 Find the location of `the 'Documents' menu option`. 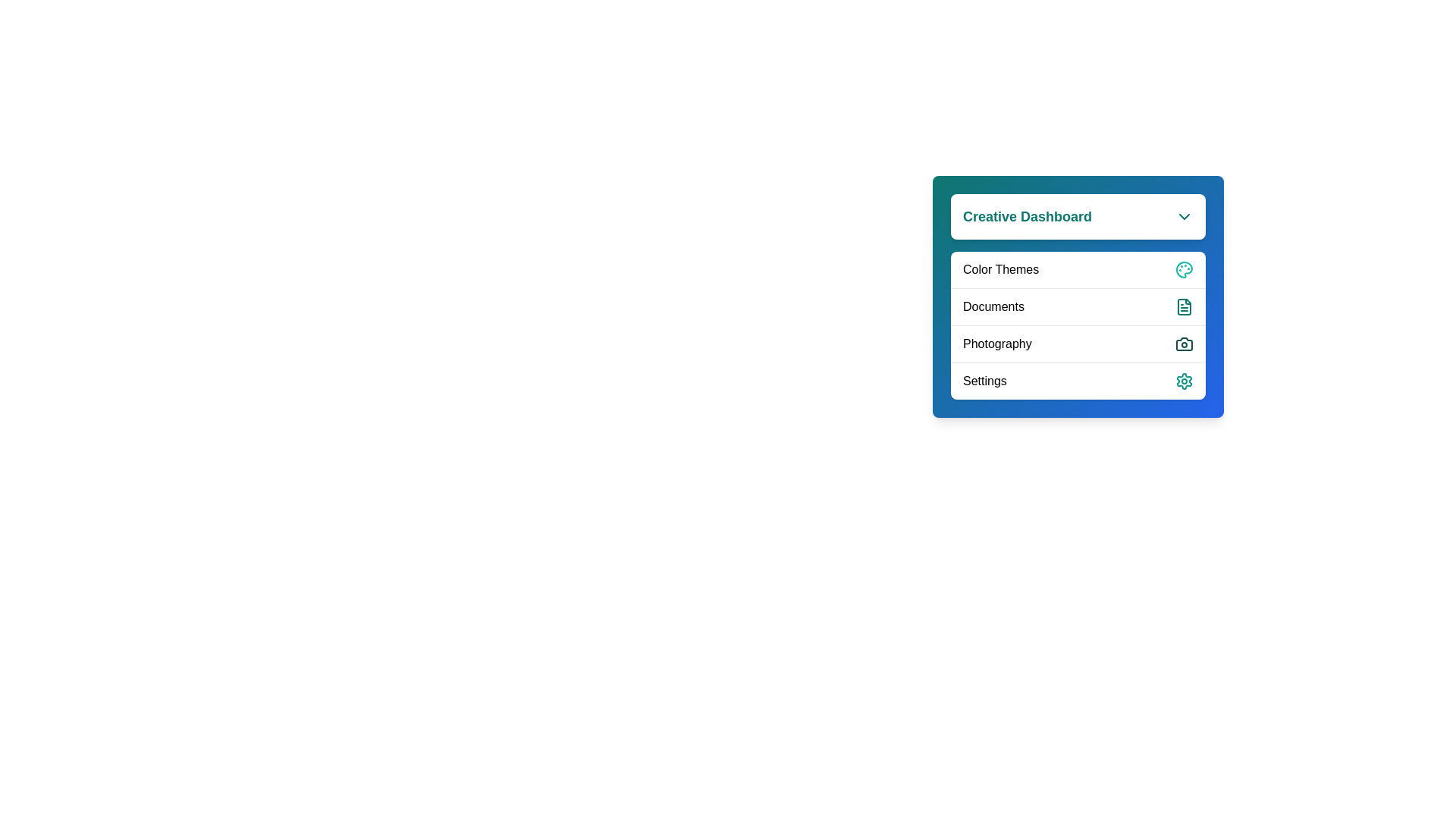

the 'Documents' menu option is located at coordinates (1077, 306).